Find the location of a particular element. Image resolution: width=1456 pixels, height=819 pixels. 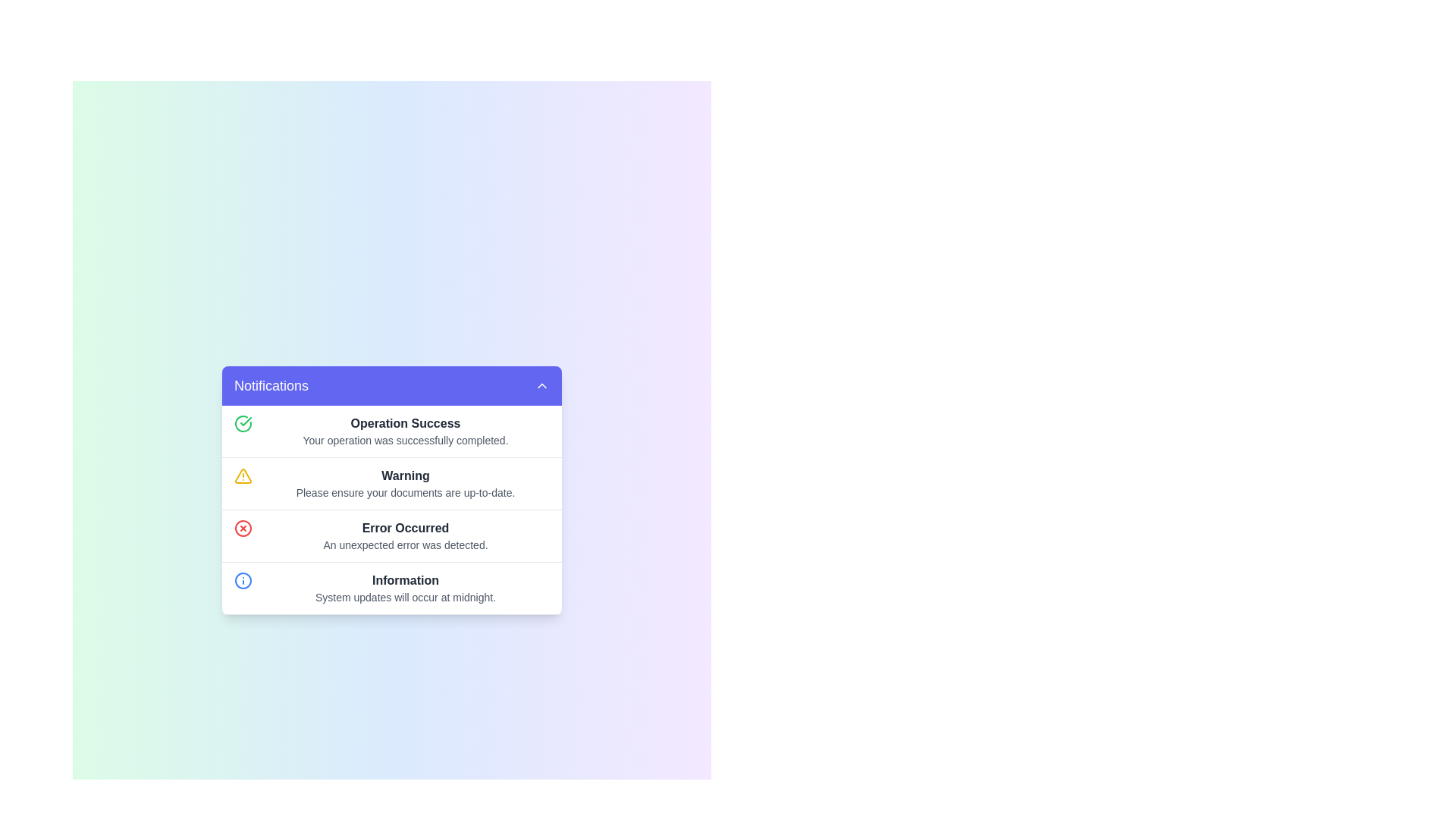

the 'Warning' text label in the notification panel, which provides a heading for a warning notification is located at coordinates (405, 475).